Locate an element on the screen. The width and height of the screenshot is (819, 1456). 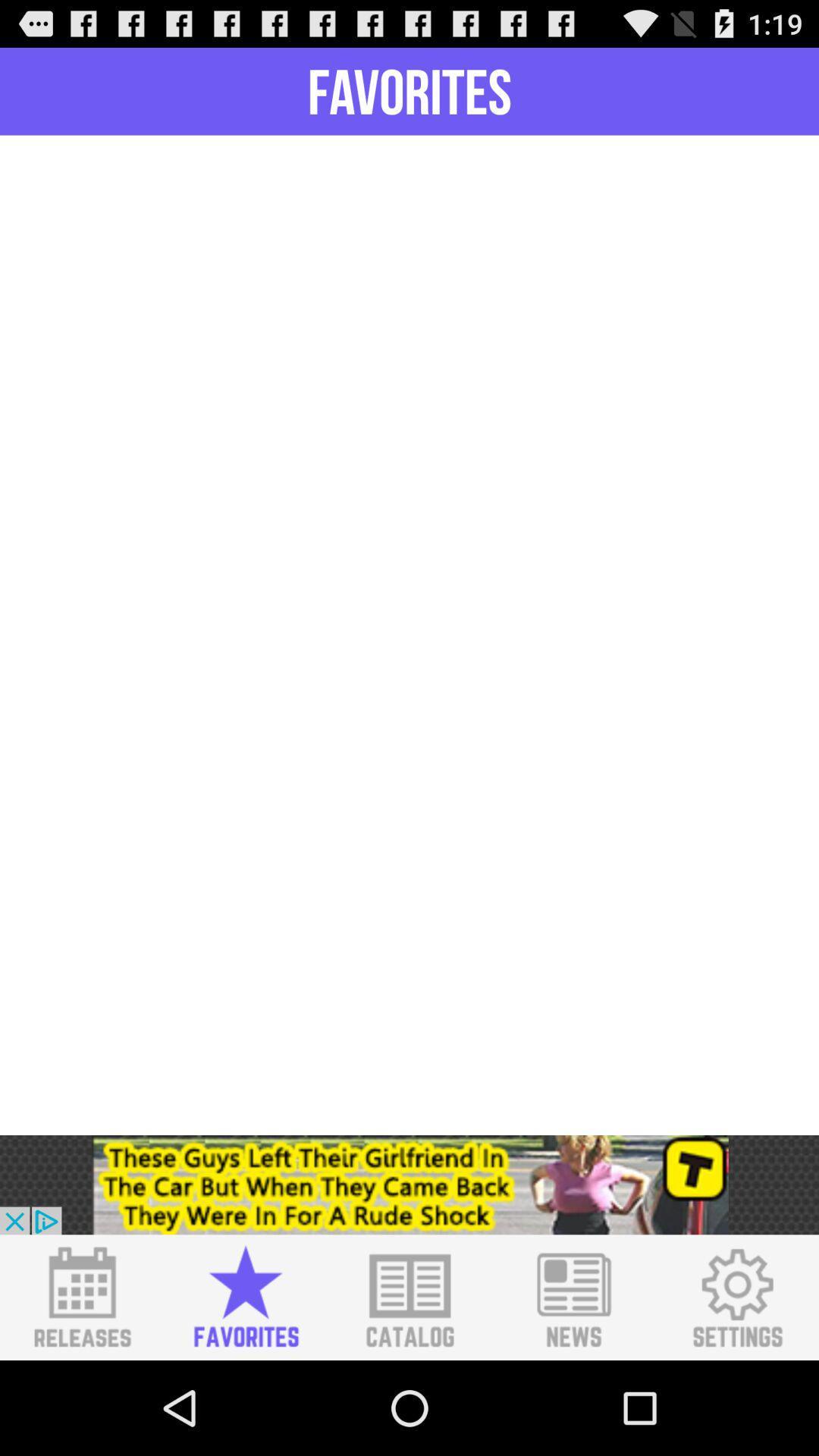
menu biutton is located at coordinates (82, 1297).